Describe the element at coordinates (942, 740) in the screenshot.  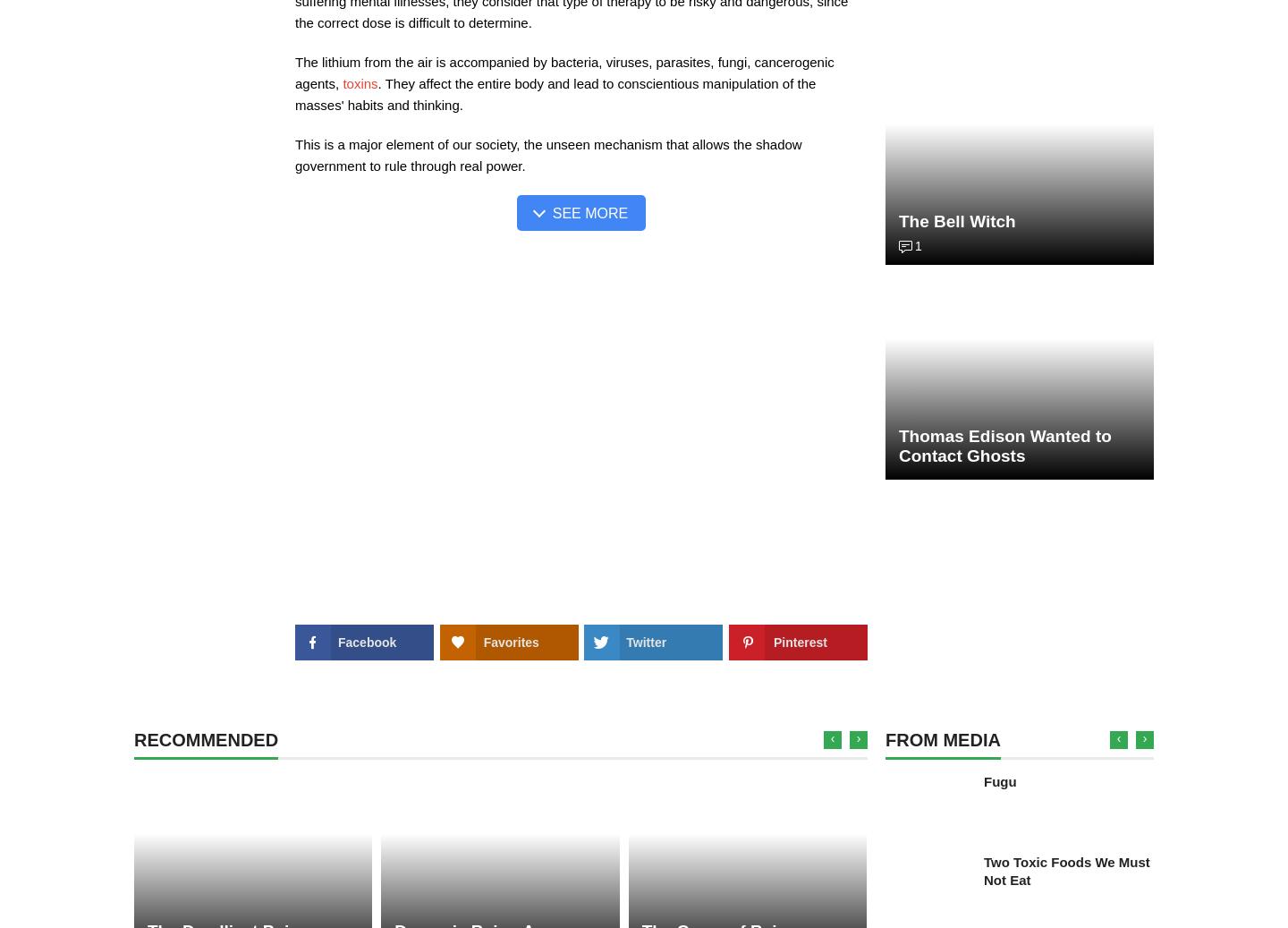
I see `'From Media'` at that location.